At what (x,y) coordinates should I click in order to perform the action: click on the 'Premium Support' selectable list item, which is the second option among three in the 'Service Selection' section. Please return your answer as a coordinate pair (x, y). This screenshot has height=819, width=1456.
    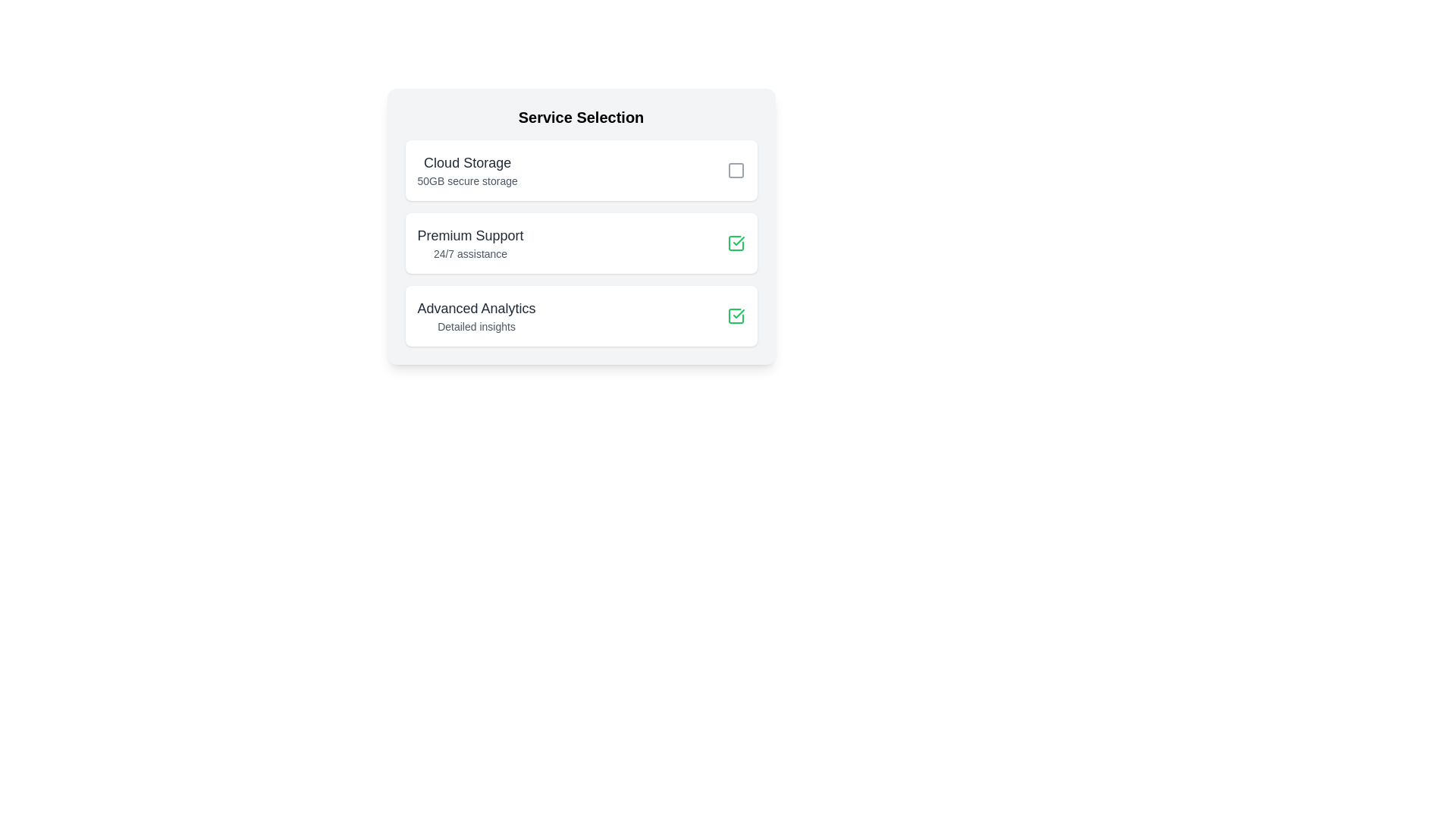
    Looking at the image, I should click on (580, 242).